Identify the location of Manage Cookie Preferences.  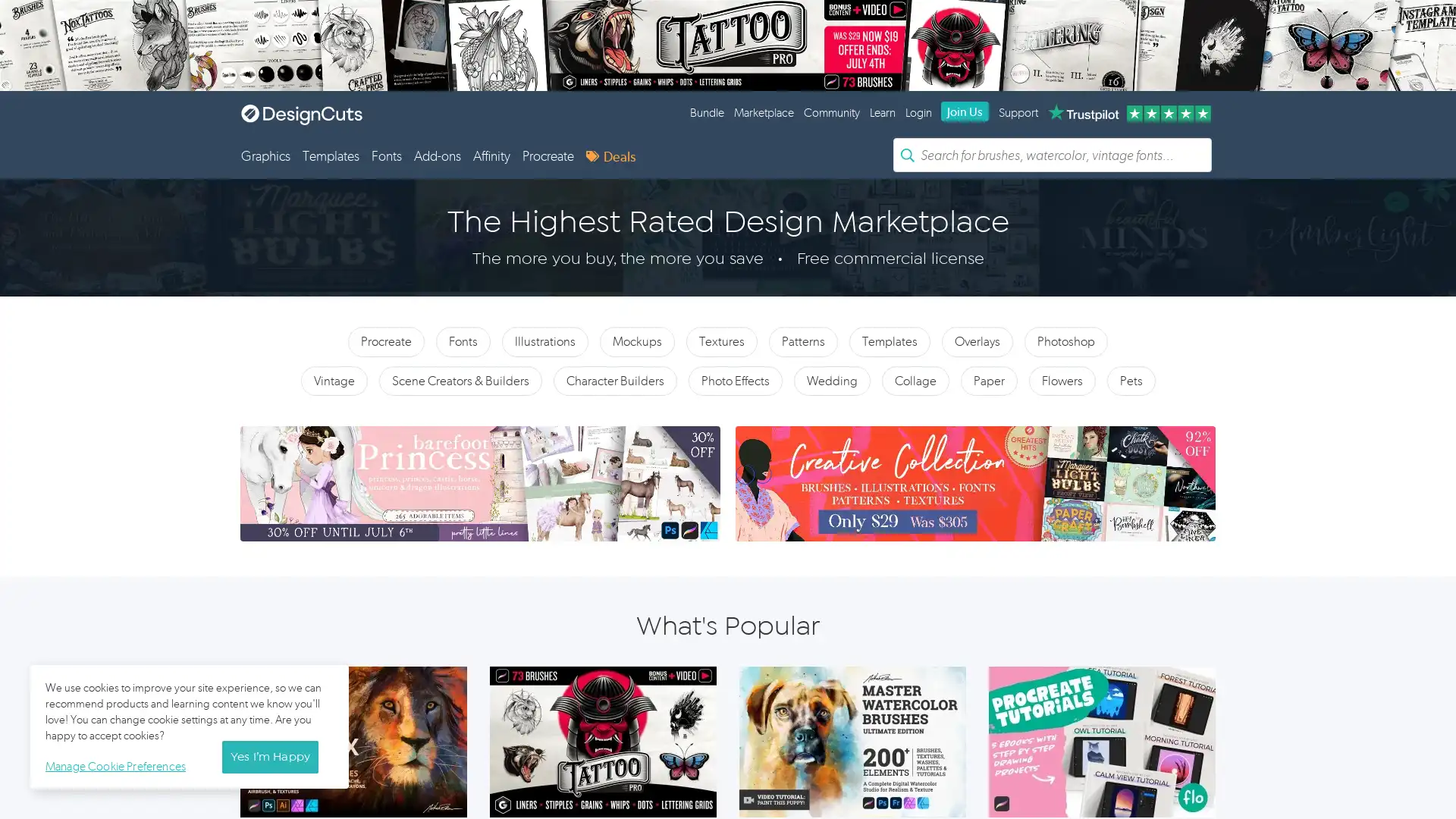
(118, 764).